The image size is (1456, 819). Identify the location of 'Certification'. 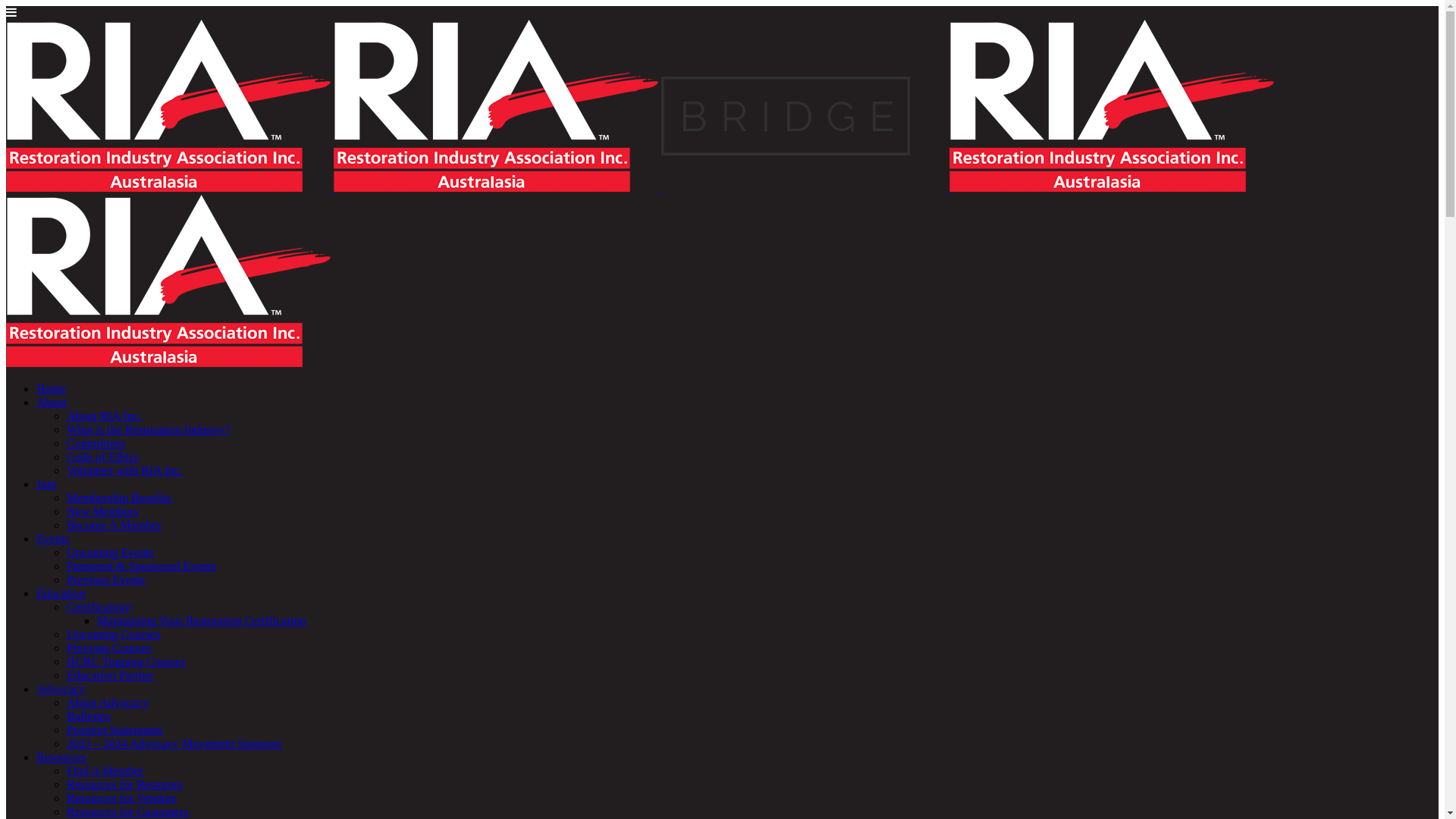
(65, 606).